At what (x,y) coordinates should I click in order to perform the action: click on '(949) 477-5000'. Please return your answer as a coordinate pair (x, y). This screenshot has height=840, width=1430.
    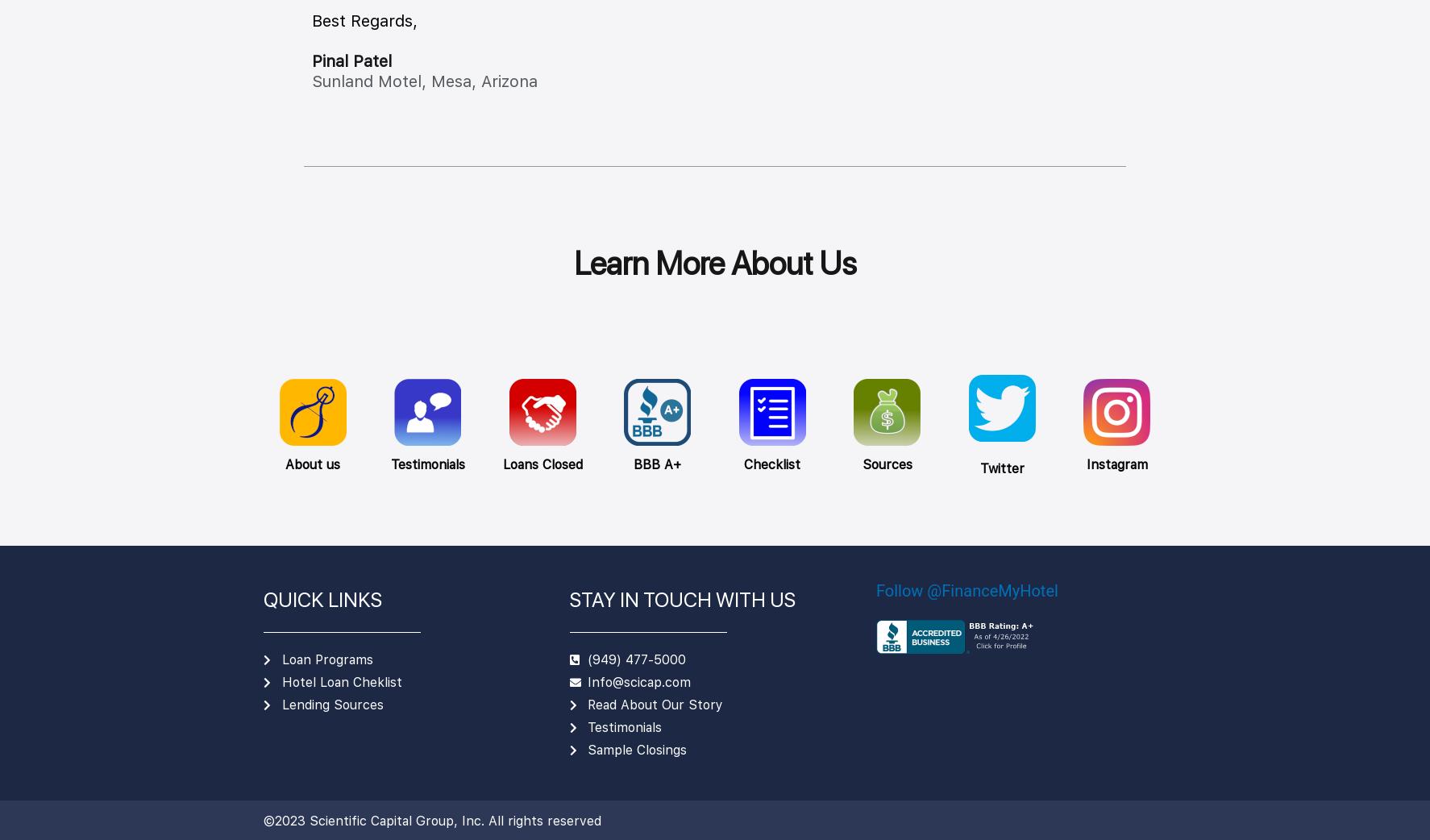
    Looking at the image, I should click on (635, 659).